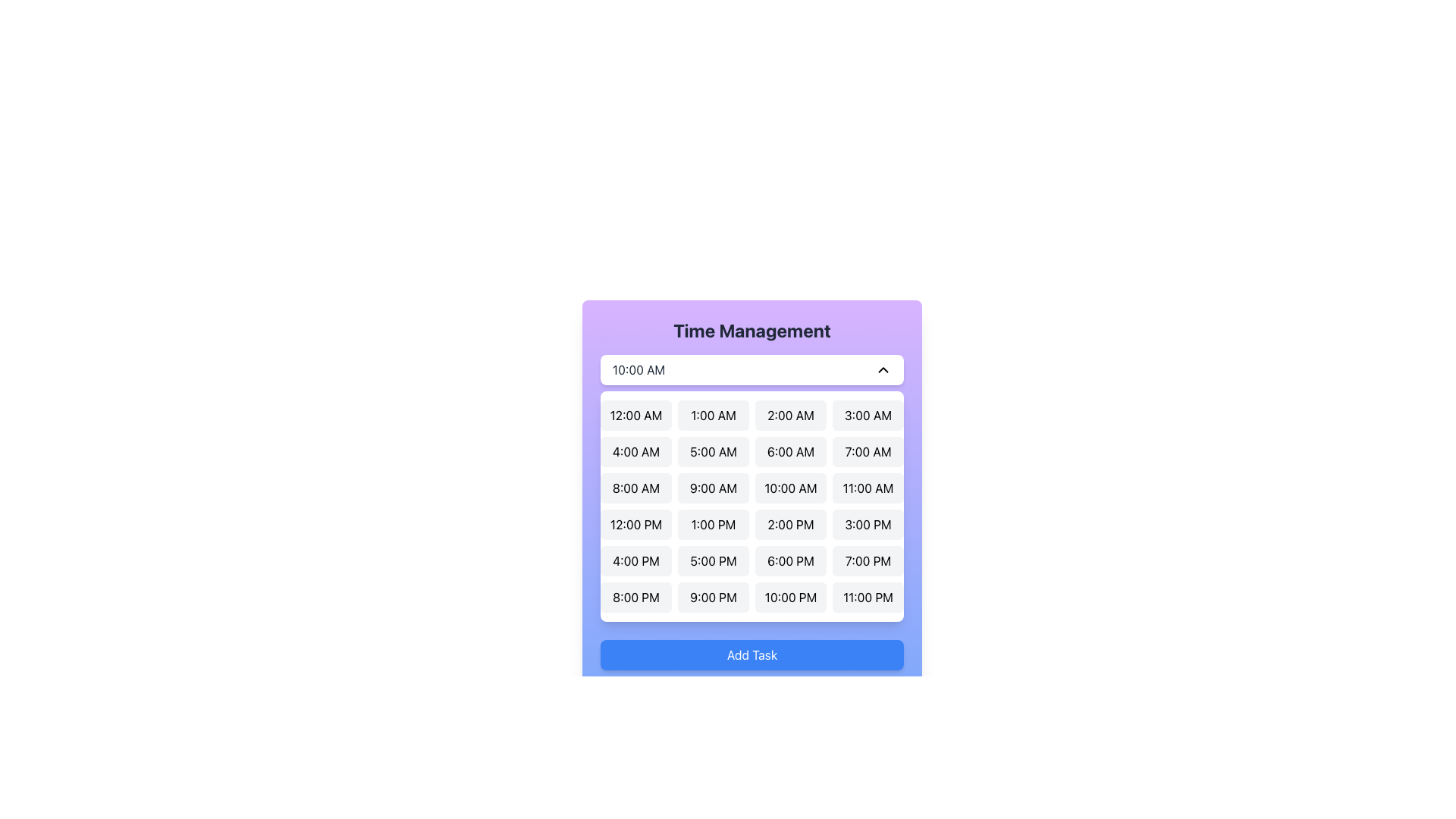  I want to click on the selectable time option button for '9:00 AM' to trigger the hover effect, so click(712, 488).